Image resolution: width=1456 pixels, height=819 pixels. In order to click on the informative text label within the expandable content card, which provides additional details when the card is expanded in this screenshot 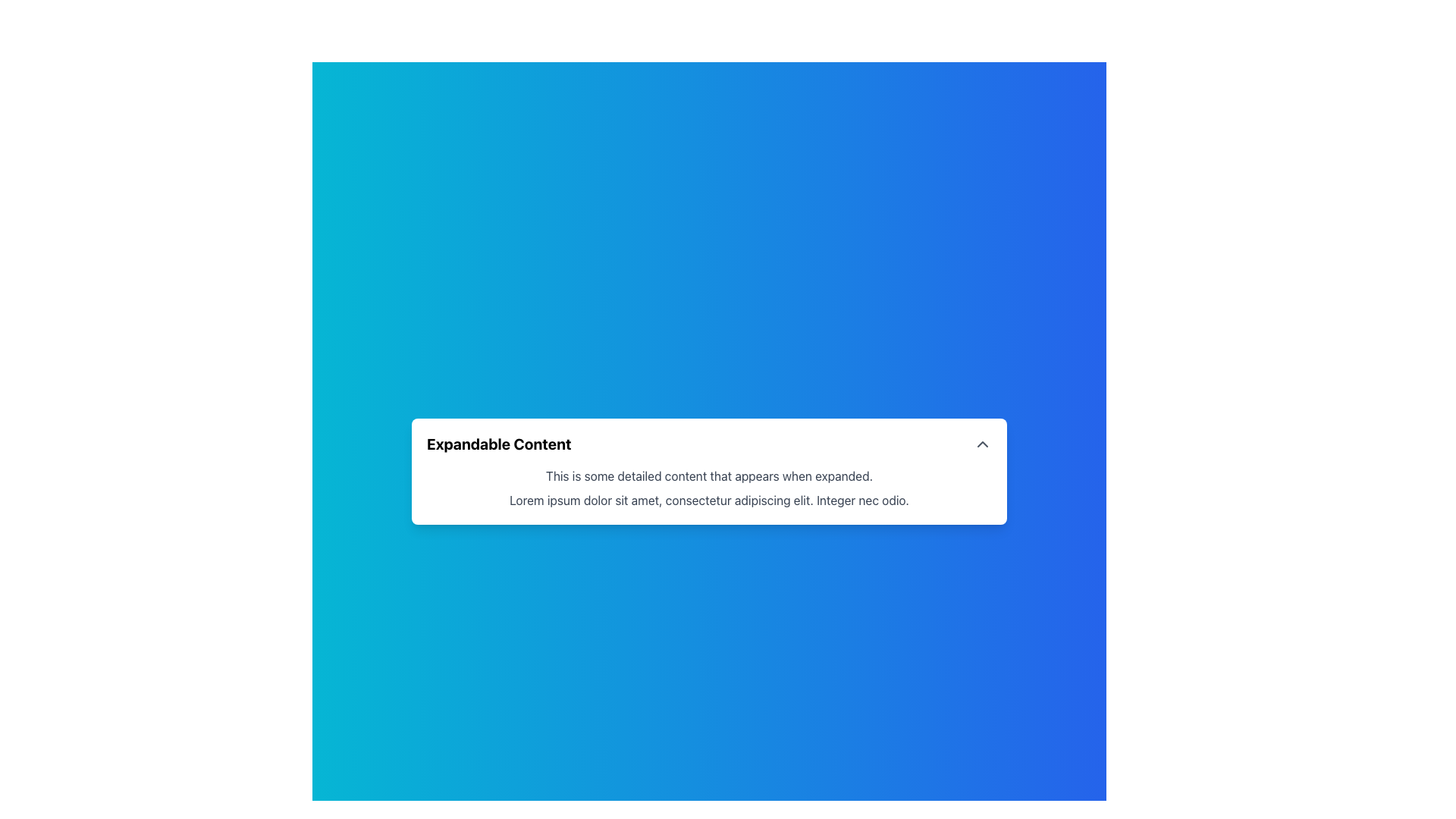, I will do `click(708, 475)`.